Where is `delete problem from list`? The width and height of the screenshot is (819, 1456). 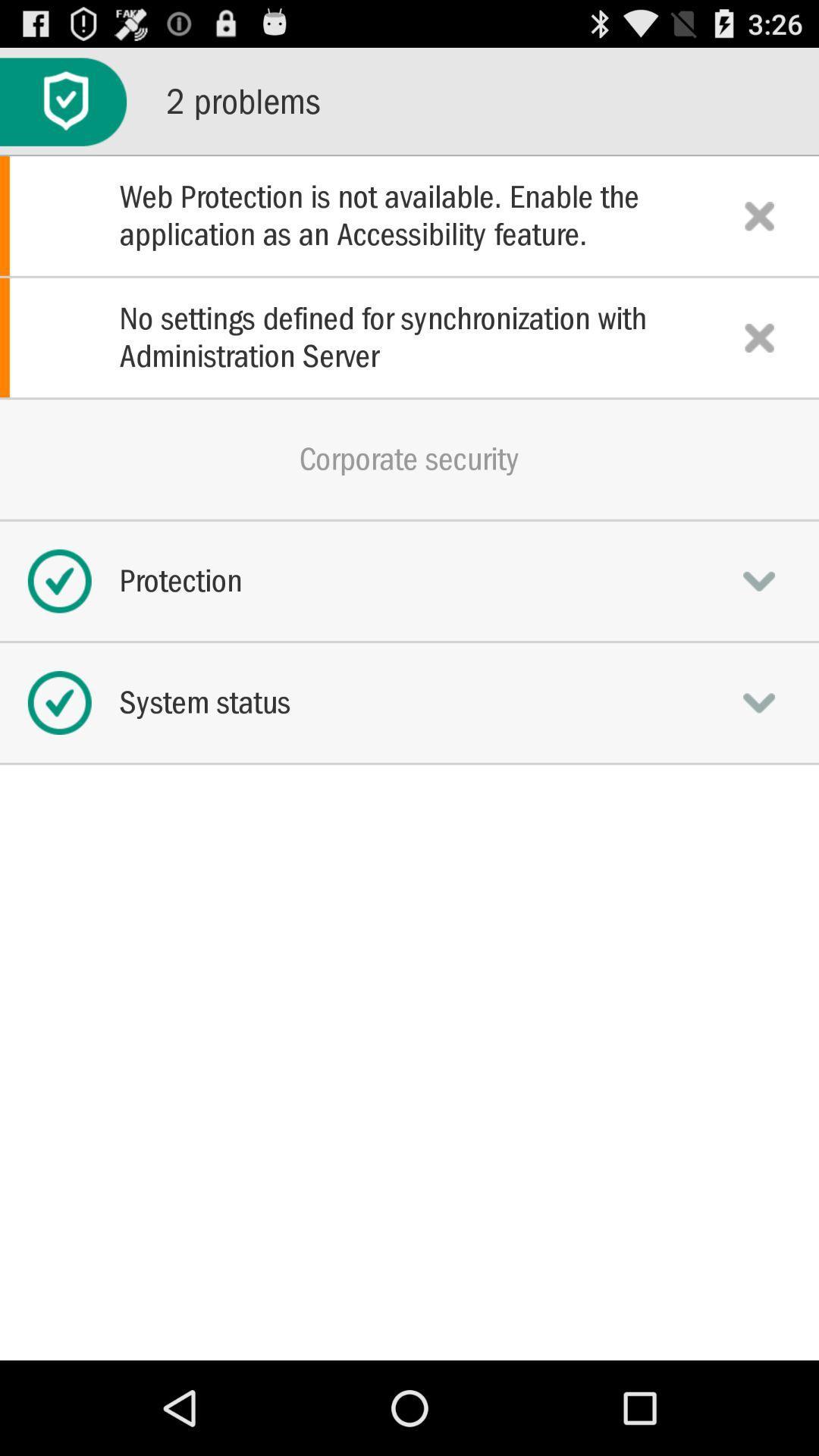
delete problem from list is located at coordinates (759, 215).